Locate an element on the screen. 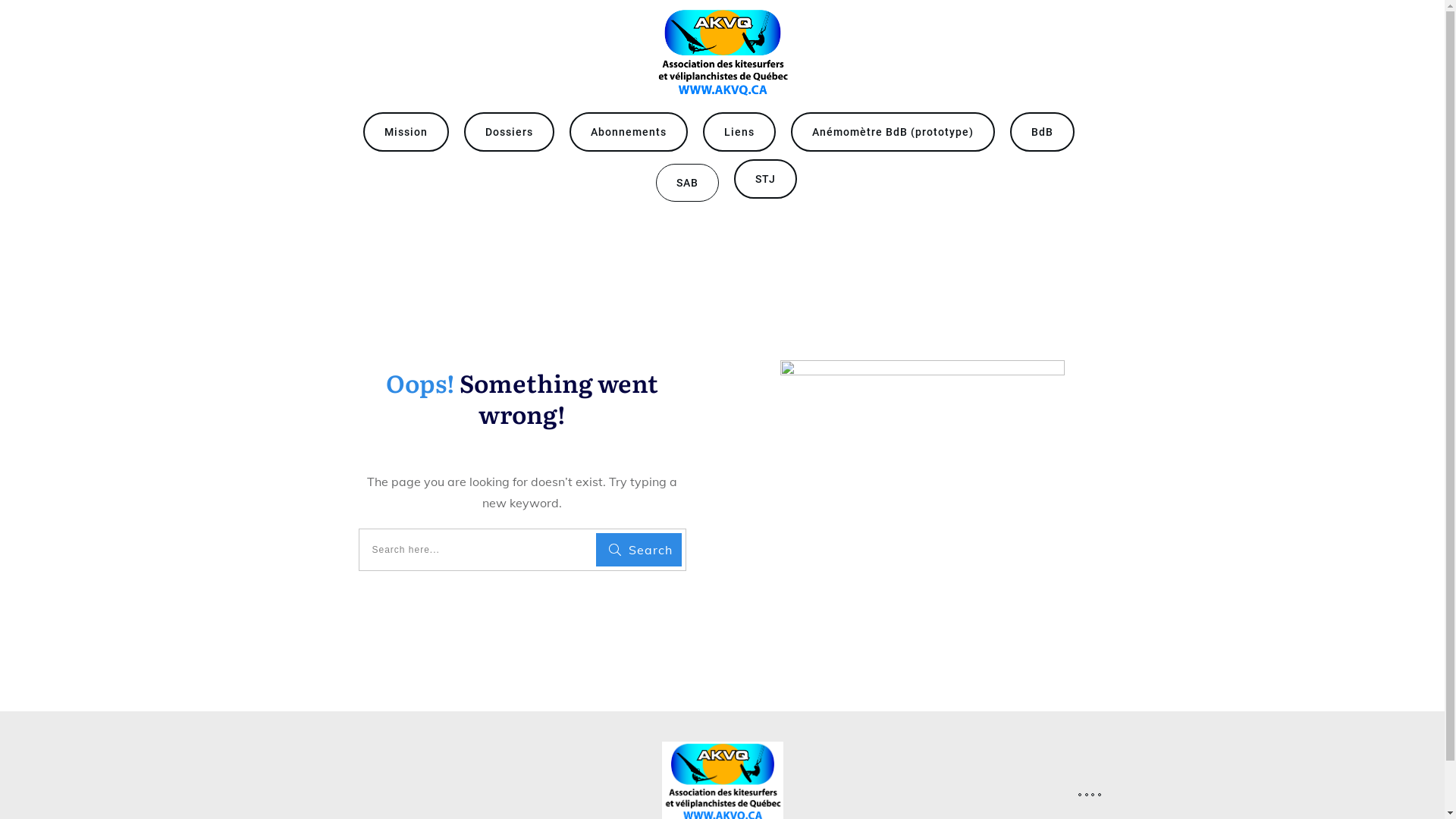 The width and height of the screenshot is (1456, 819). 'SAB' is located at coordinates (676, 181).